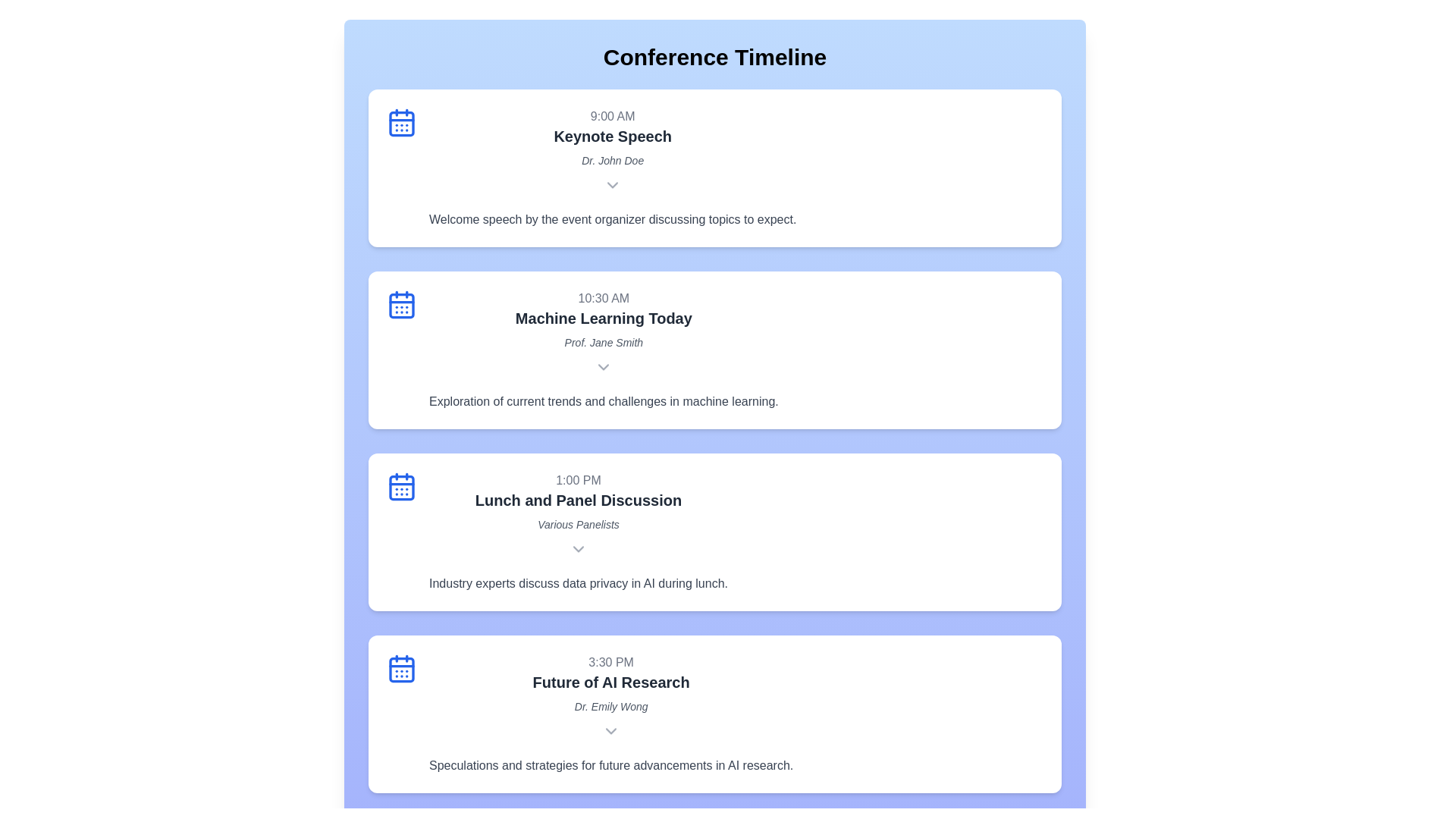 The image size is (1456, 819). Describe the element at coordinates (578, 480) in the screenshot. I see `the text displaying '1:00 PM' in medium gray font, located above the subheading 'Lunch and Panel Discussion' in a timeline interface` at that location.